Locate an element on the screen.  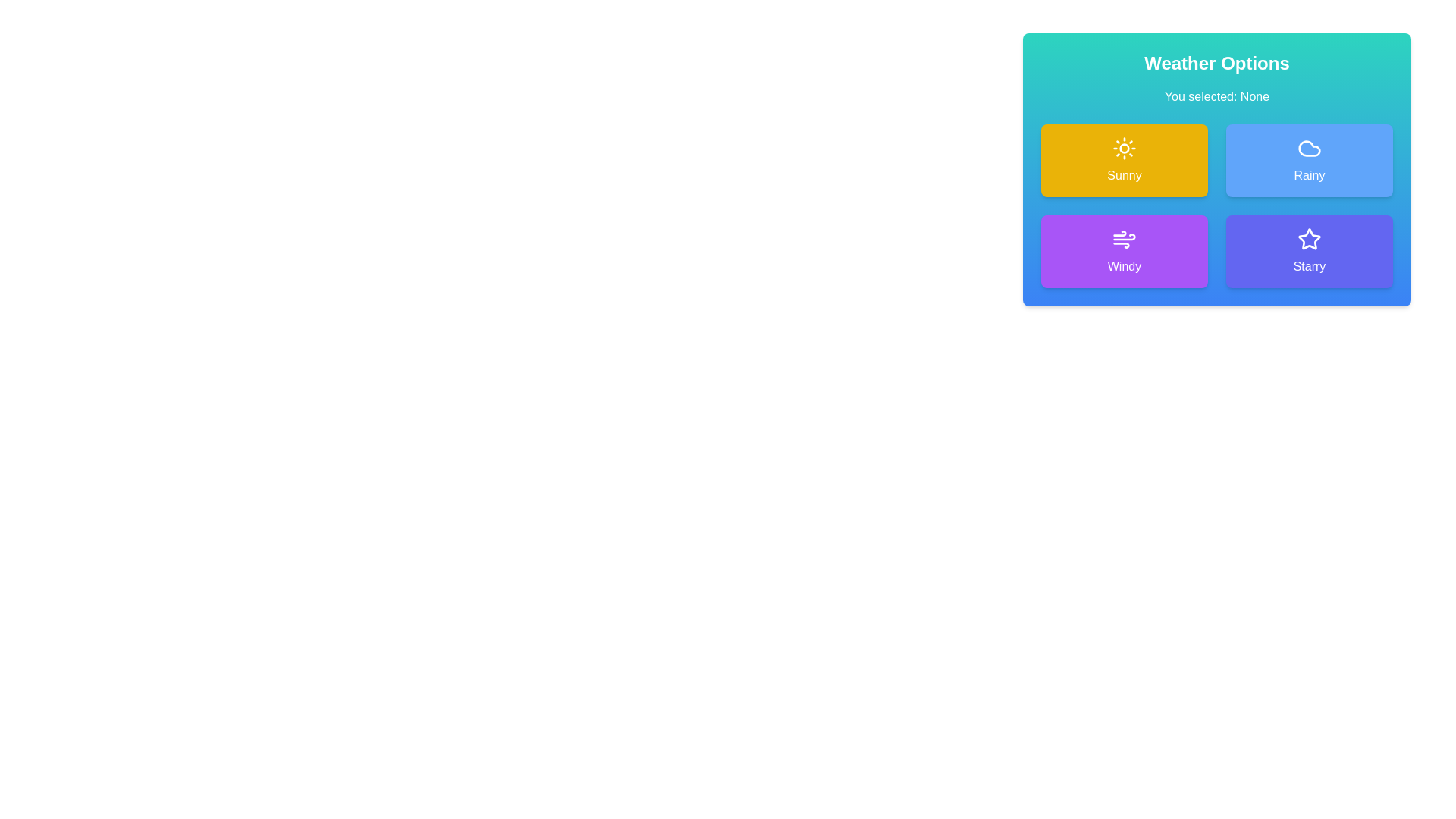
the 'Sunny' button, which is a rectangular button with a yellow background, white text, and a sun icon, located in the first row, first column of the grid is located at coordinates (1125, 161).